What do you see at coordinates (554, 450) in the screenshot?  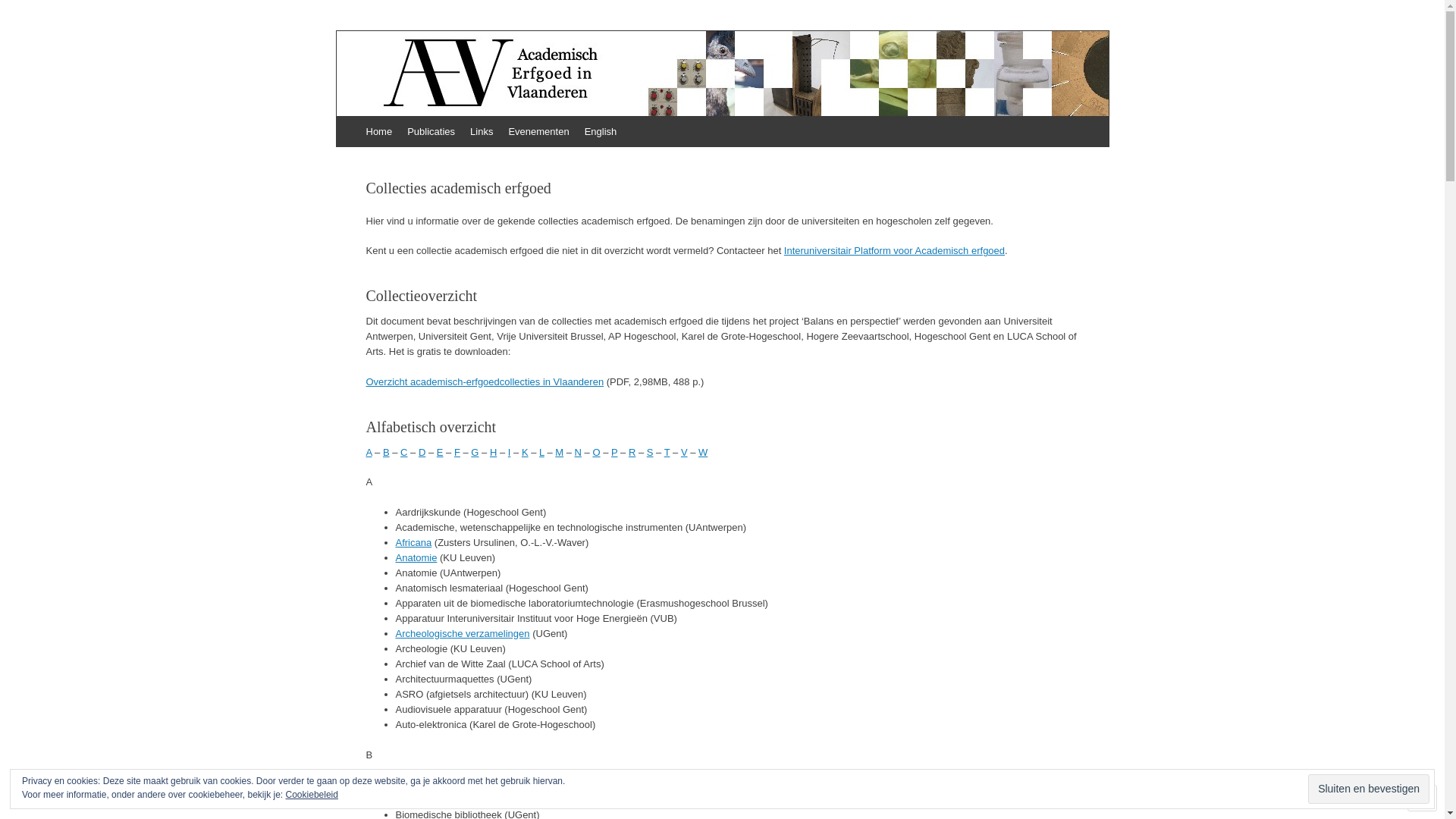 I see `'M'` at bounding box center [554, 450].